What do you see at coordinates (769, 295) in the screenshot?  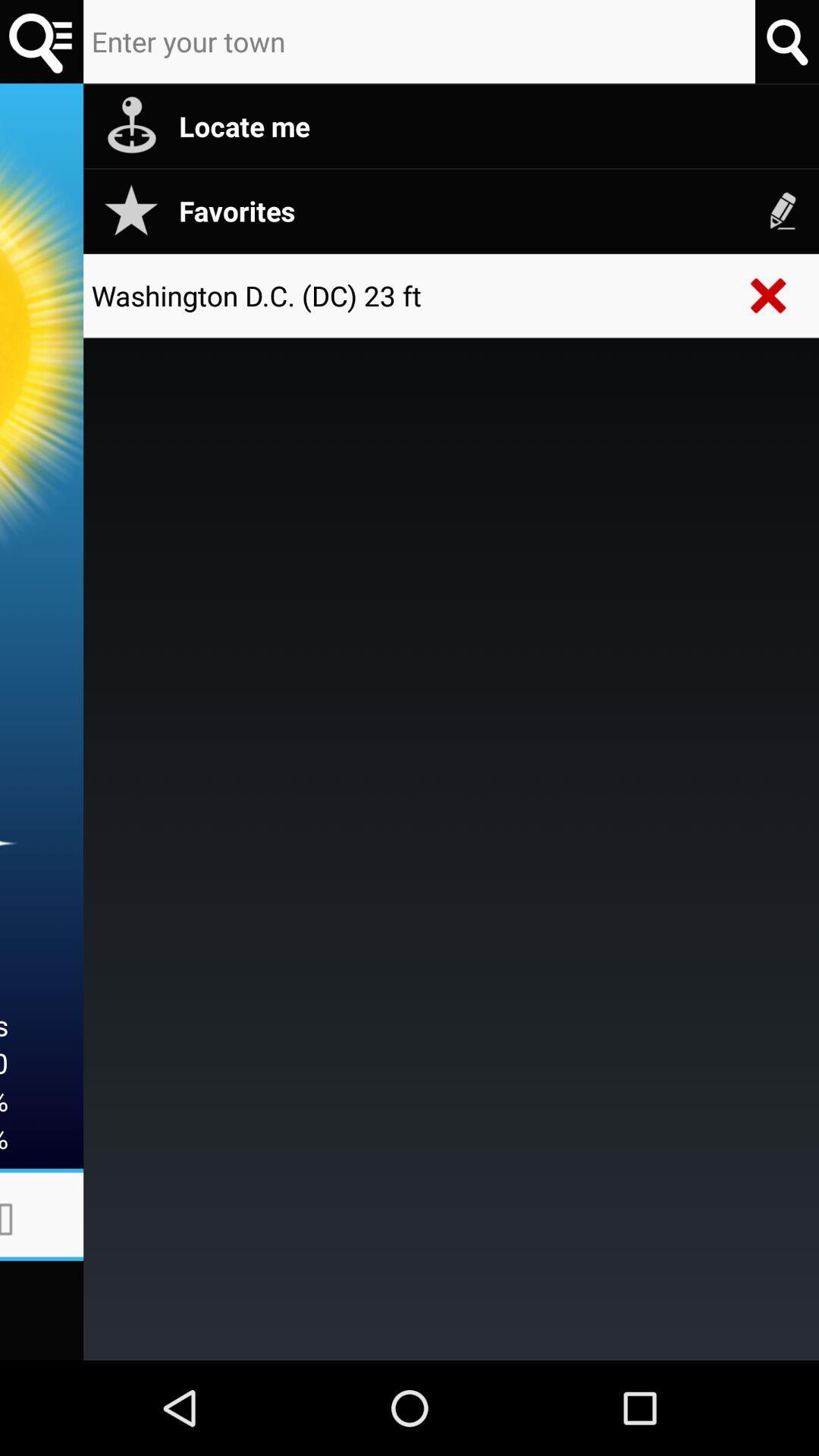 I see `the icon next to the washington d c app` at bounding box center [769, 295].